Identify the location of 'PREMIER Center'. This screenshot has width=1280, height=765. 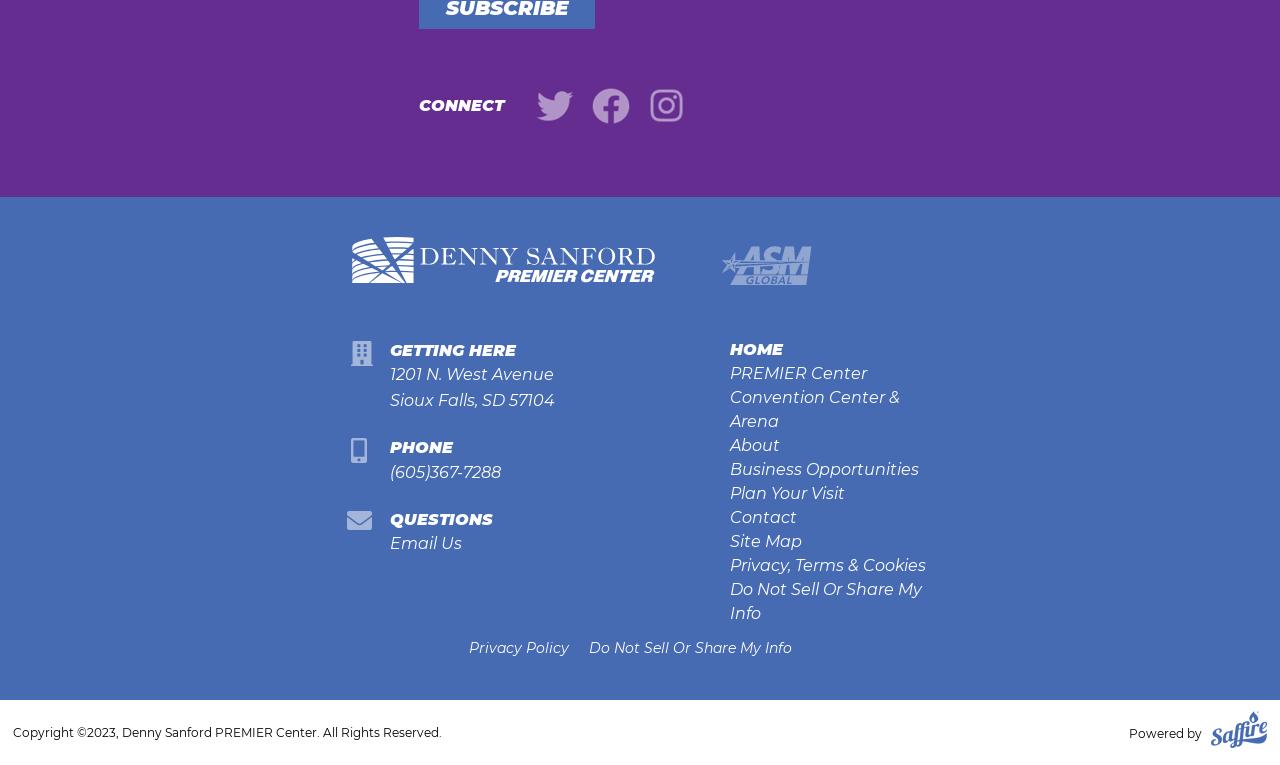
(796, 372).